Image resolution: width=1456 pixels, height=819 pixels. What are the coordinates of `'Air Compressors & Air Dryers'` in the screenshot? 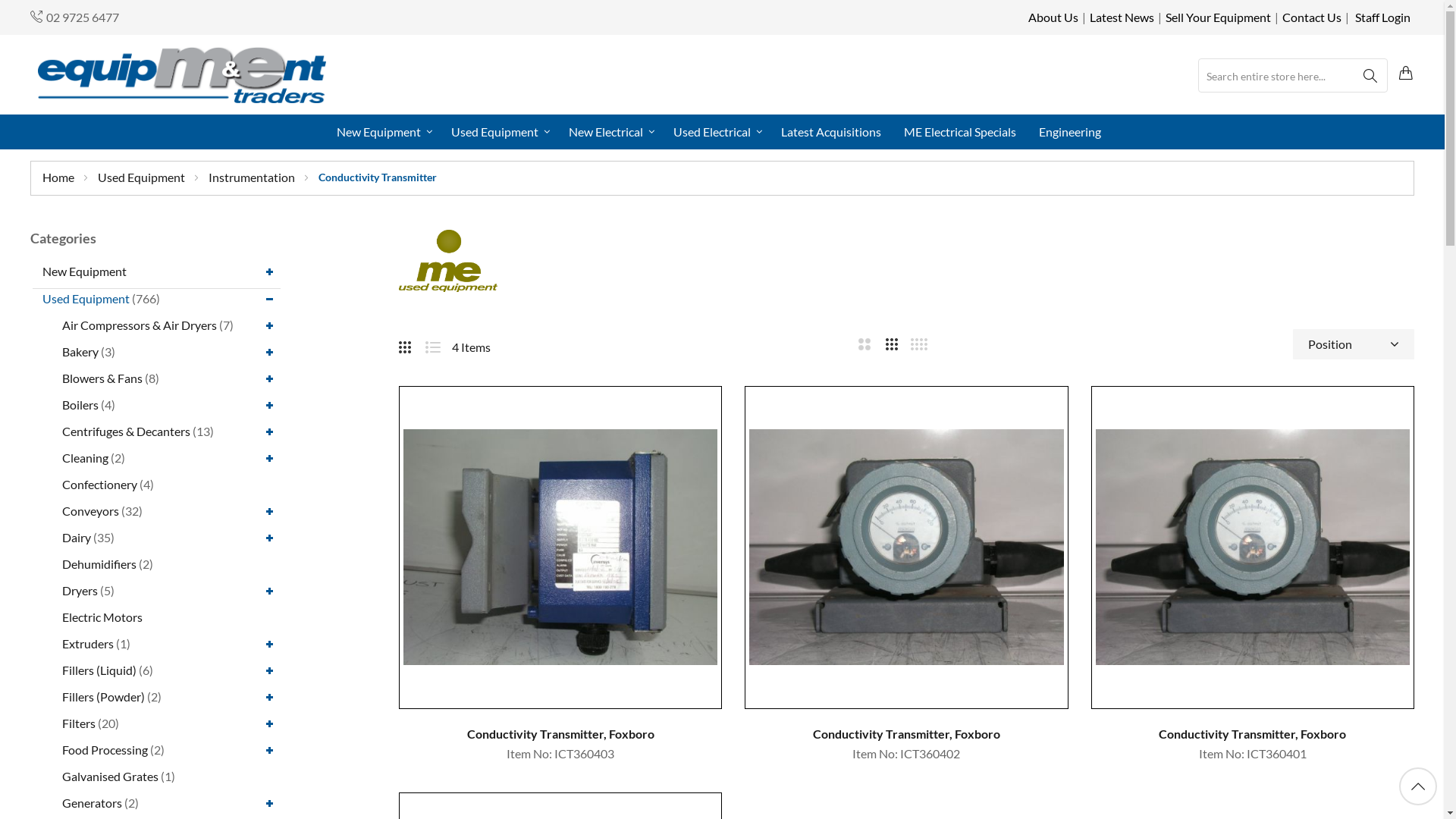 It's located at (61, 323).